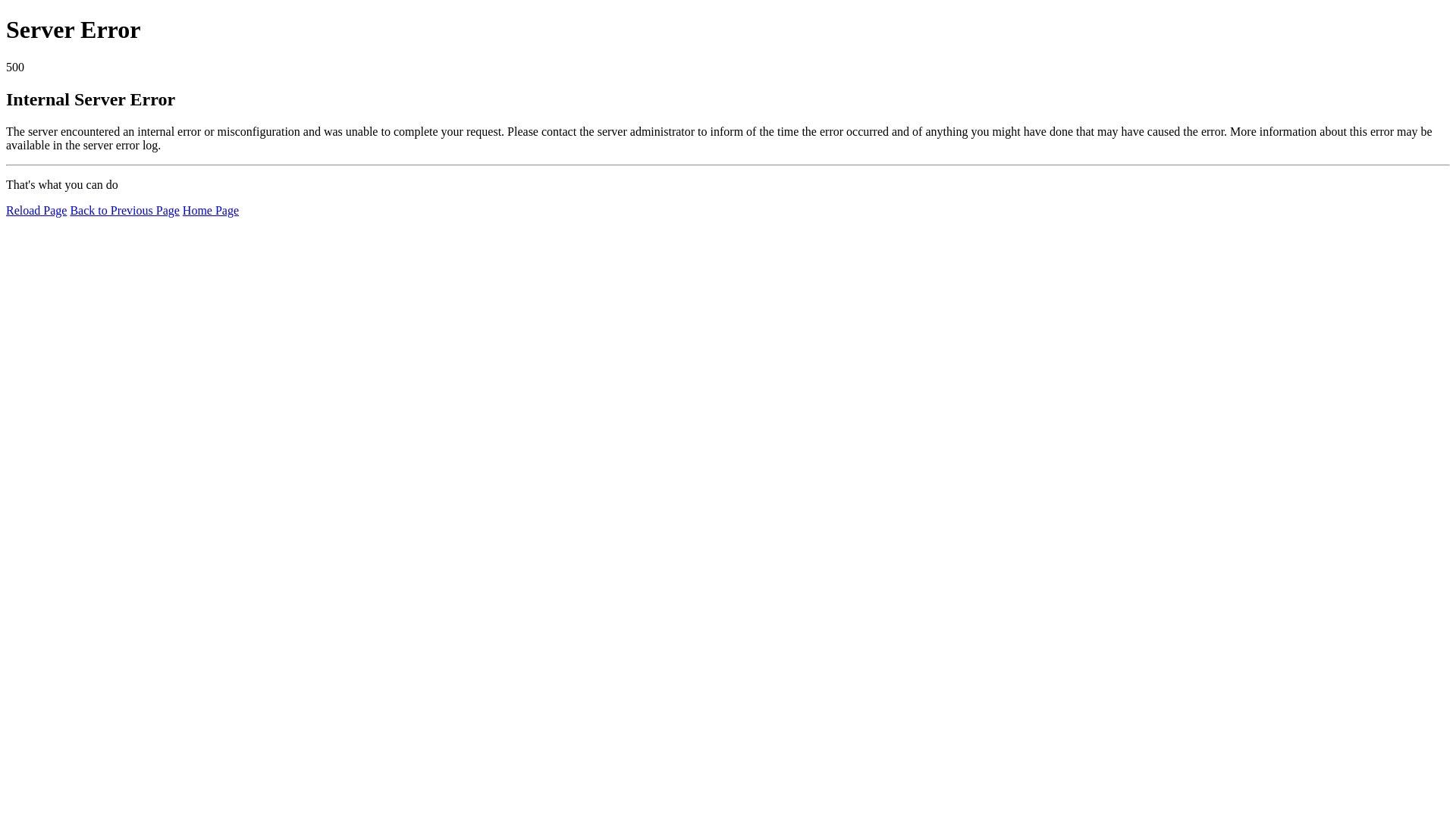  Describe the element at coordinates (210, 210) in the screenshot. I see `'Home Page'` at that location.